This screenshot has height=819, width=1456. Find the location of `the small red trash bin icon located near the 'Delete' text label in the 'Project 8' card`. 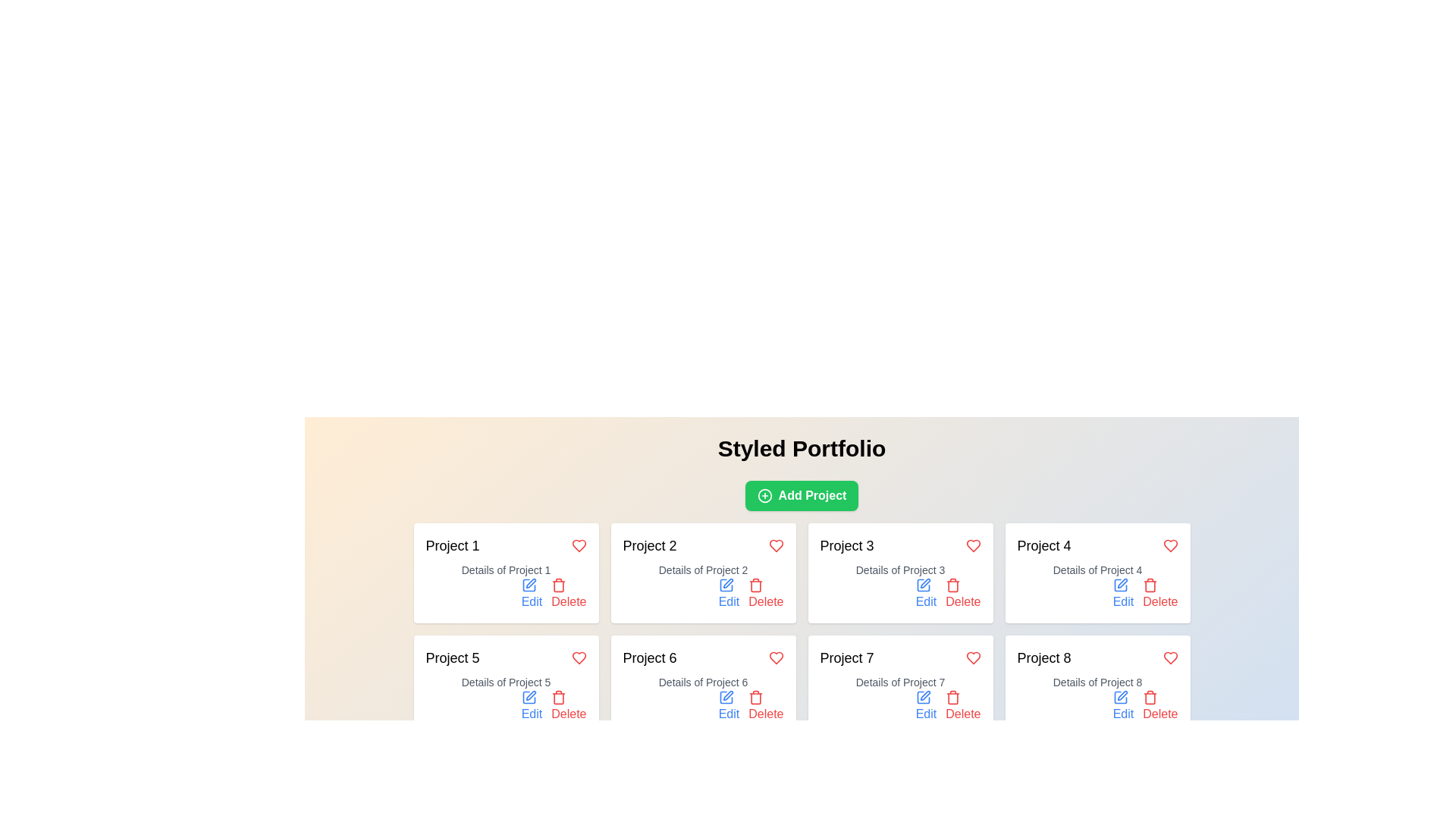

the small red trash bin icon located near the 'Delete' text label in the 'Project 8' card is located at coordinates (1150, 698).